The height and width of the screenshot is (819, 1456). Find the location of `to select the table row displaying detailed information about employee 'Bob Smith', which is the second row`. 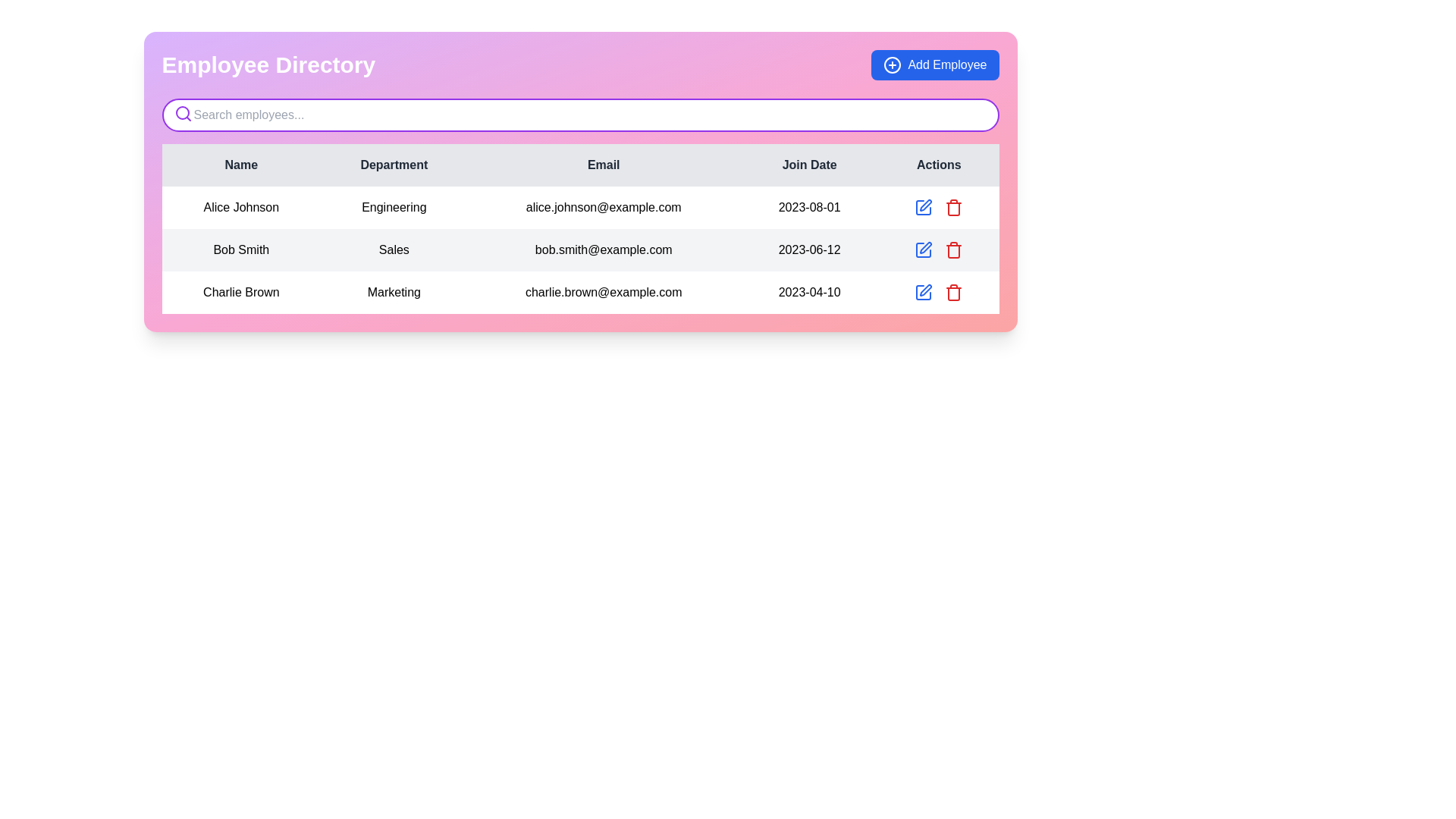

to select the table row displaying detailed information about employee 'Bob Smith', which is the second row is located at coordinates (579, 249).